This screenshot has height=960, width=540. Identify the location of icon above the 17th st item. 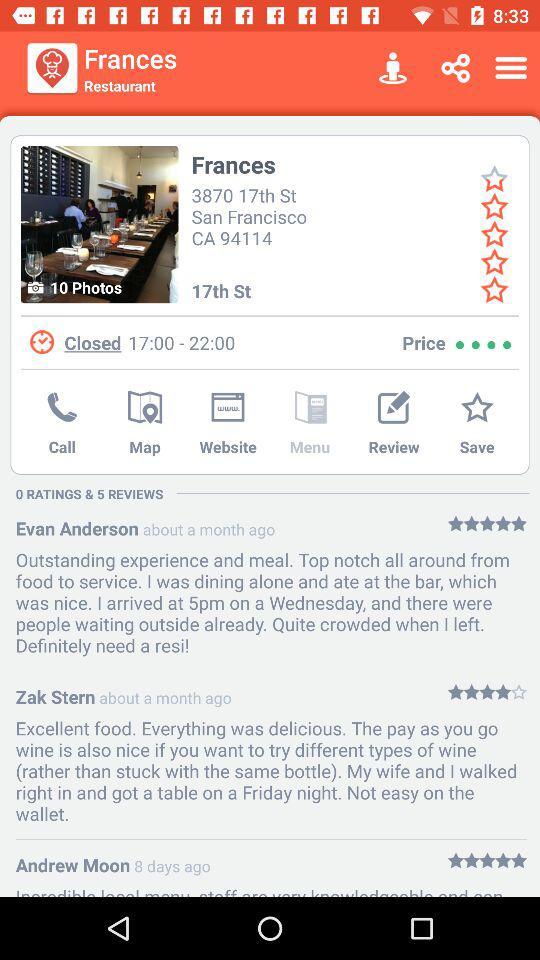
(252, 215).